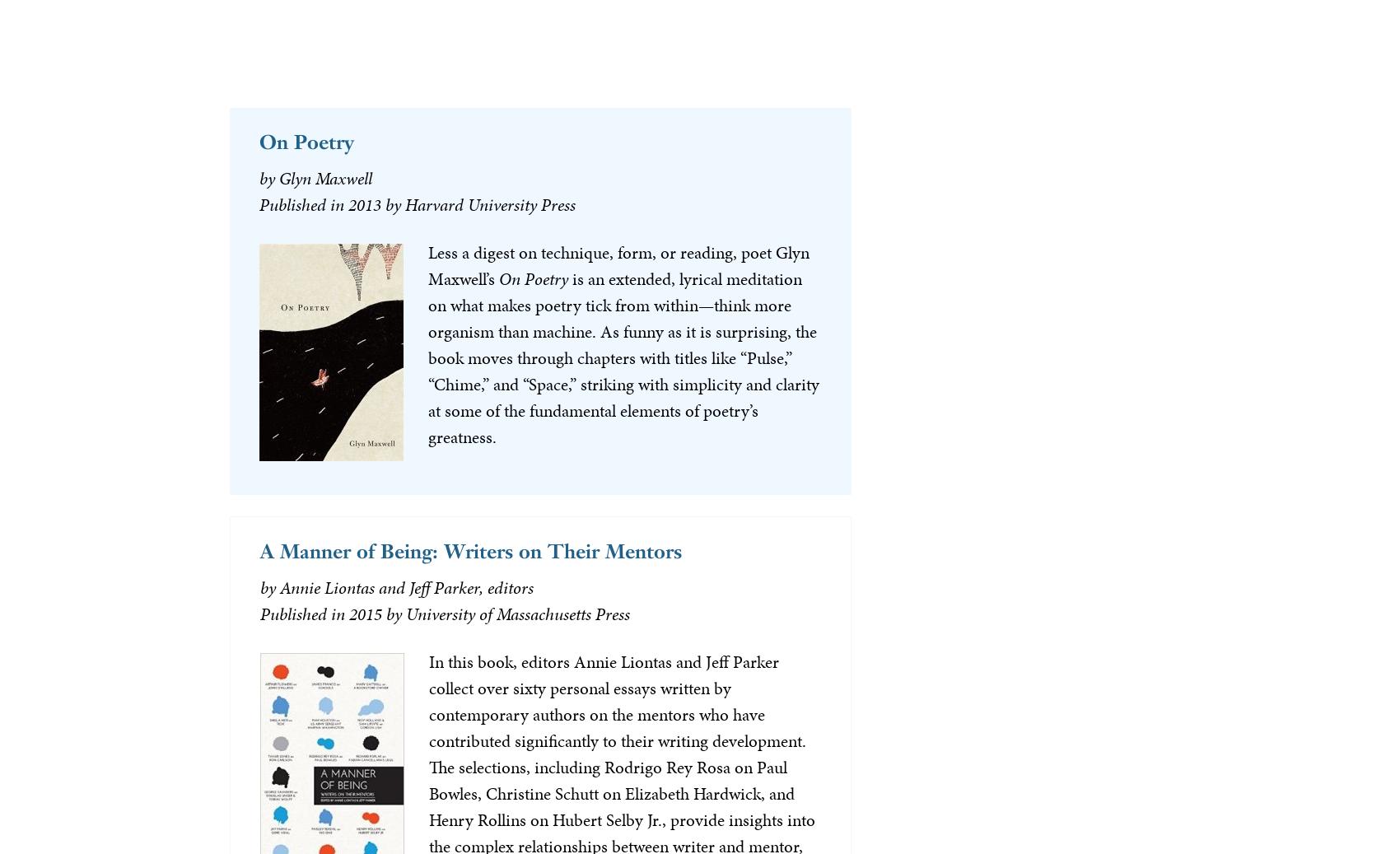 Image resolution: width=1400 pixels, height=854 pixels. What do you see at coordinates (365, 613) in the screenshot?
I see `'2015'` at bounding box center [365, 613].